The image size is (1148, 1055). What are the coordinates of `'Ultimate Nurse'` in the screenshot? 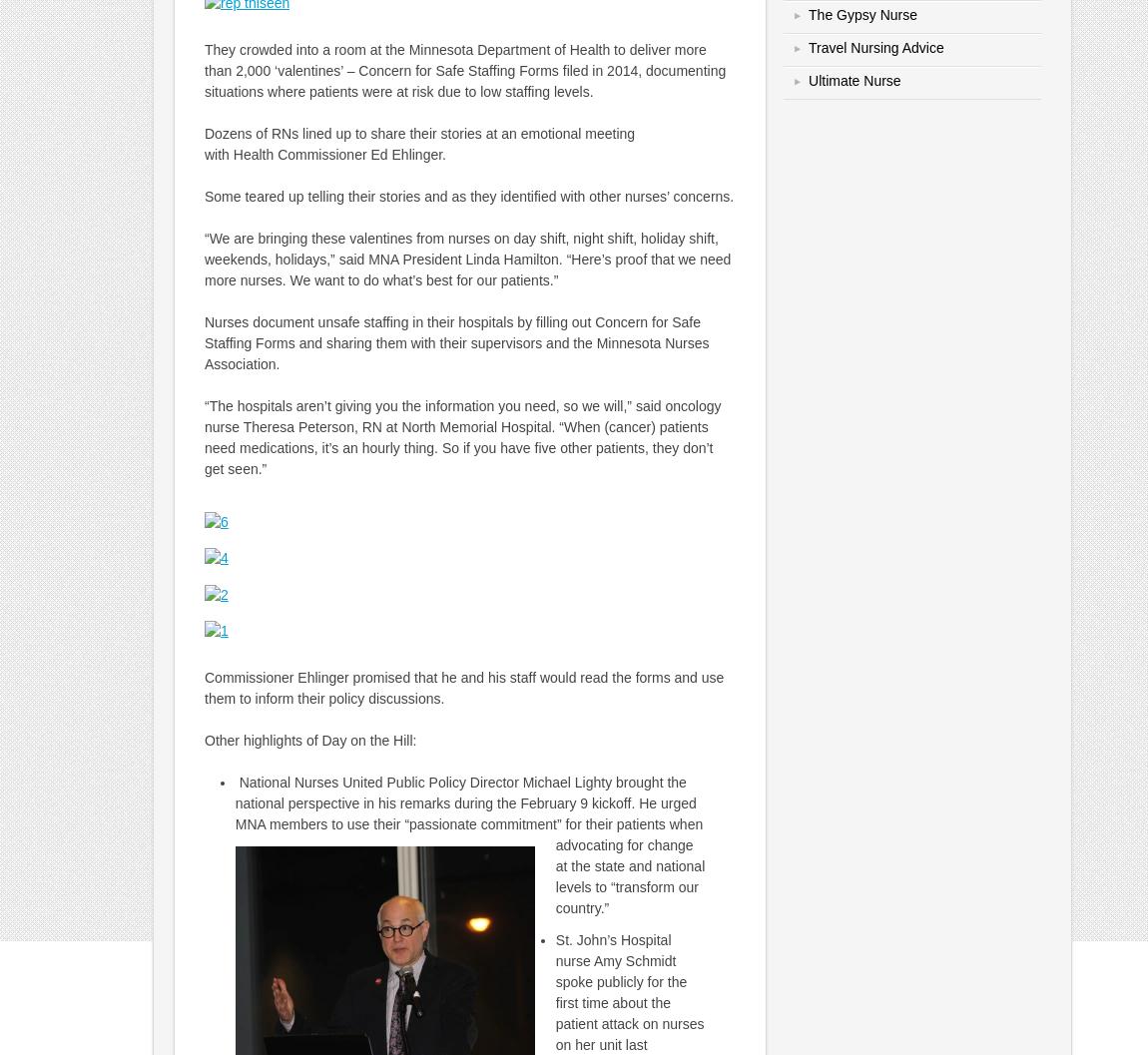 It's located at (807, 79).